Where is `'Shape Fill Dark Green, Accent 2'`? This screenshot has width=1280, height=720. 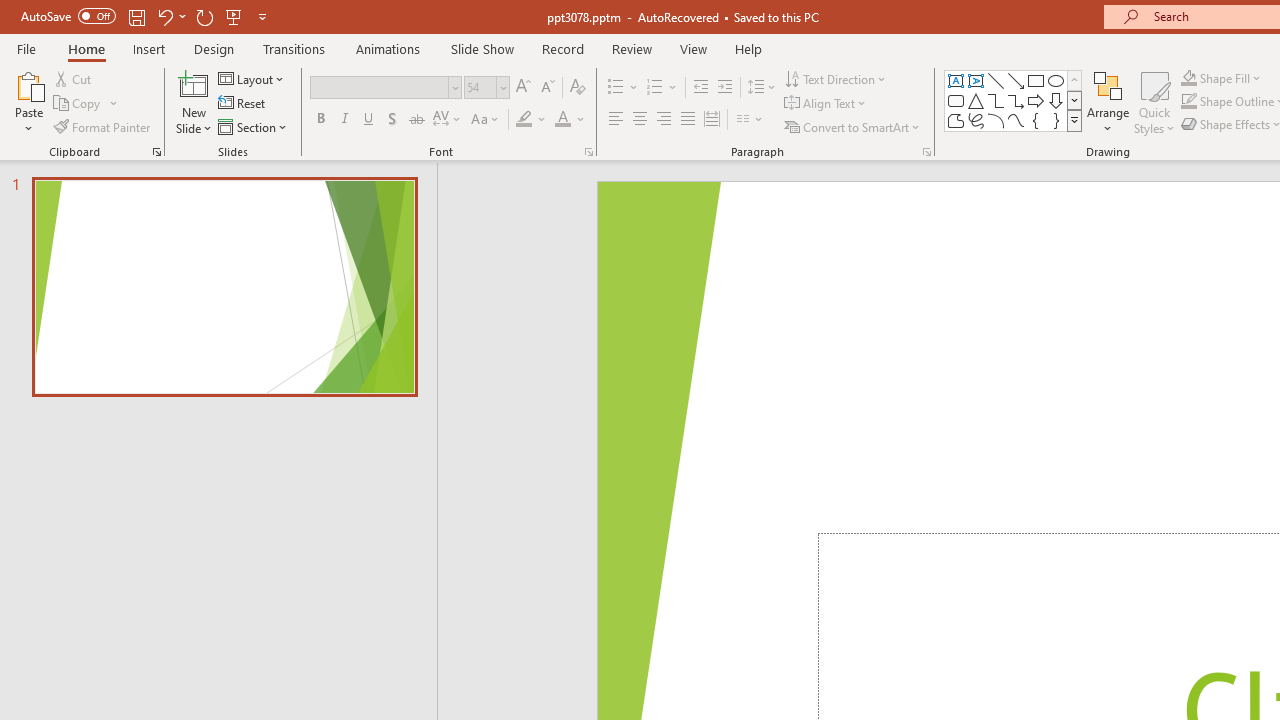 'Shape Fill Dark Green, Accent 2' is located at coordinates (1189, 77).